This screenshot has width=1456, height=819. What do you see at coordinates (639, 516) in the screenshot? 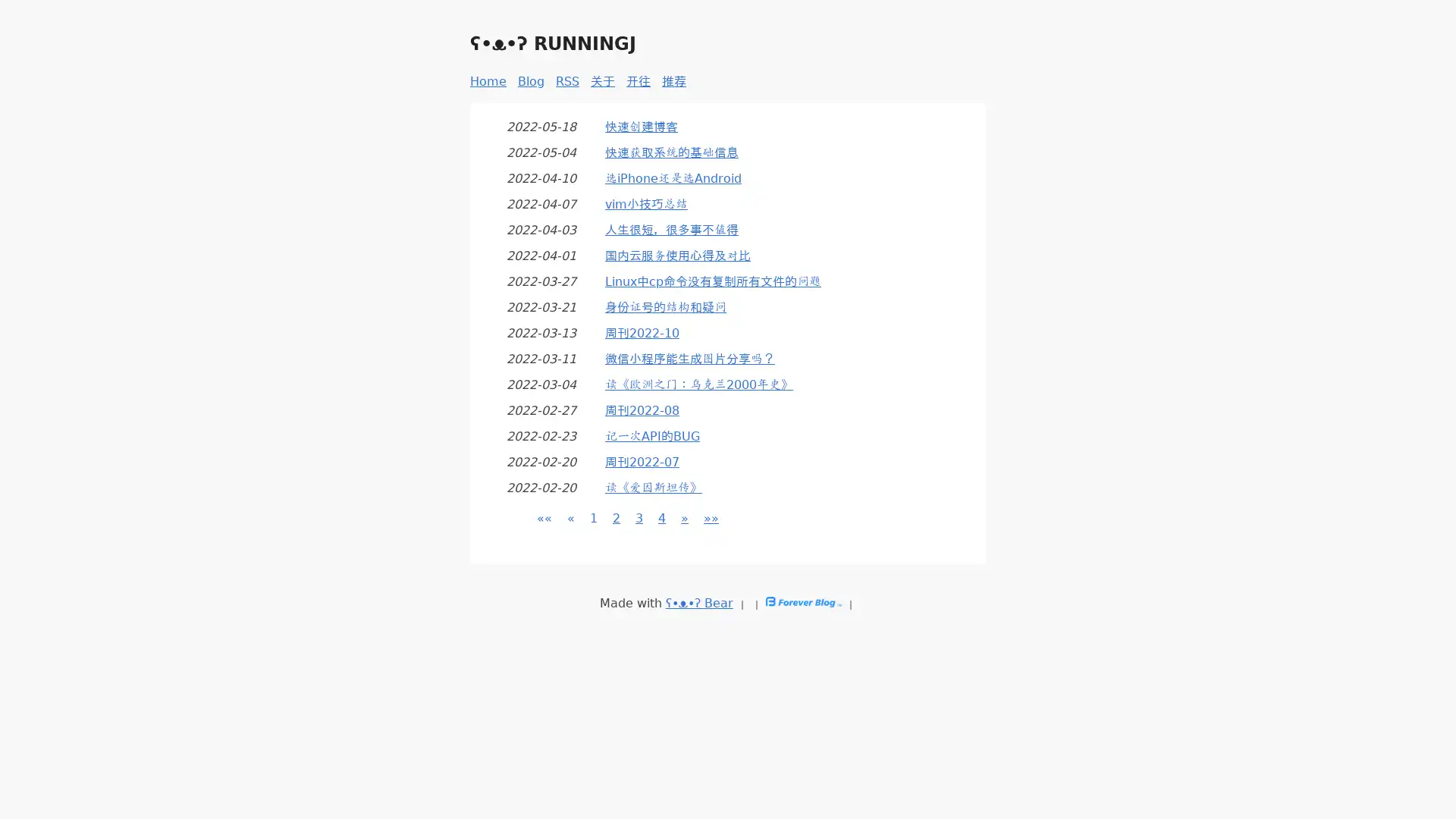
I see `Page 3` at bounding box center [639, 516].